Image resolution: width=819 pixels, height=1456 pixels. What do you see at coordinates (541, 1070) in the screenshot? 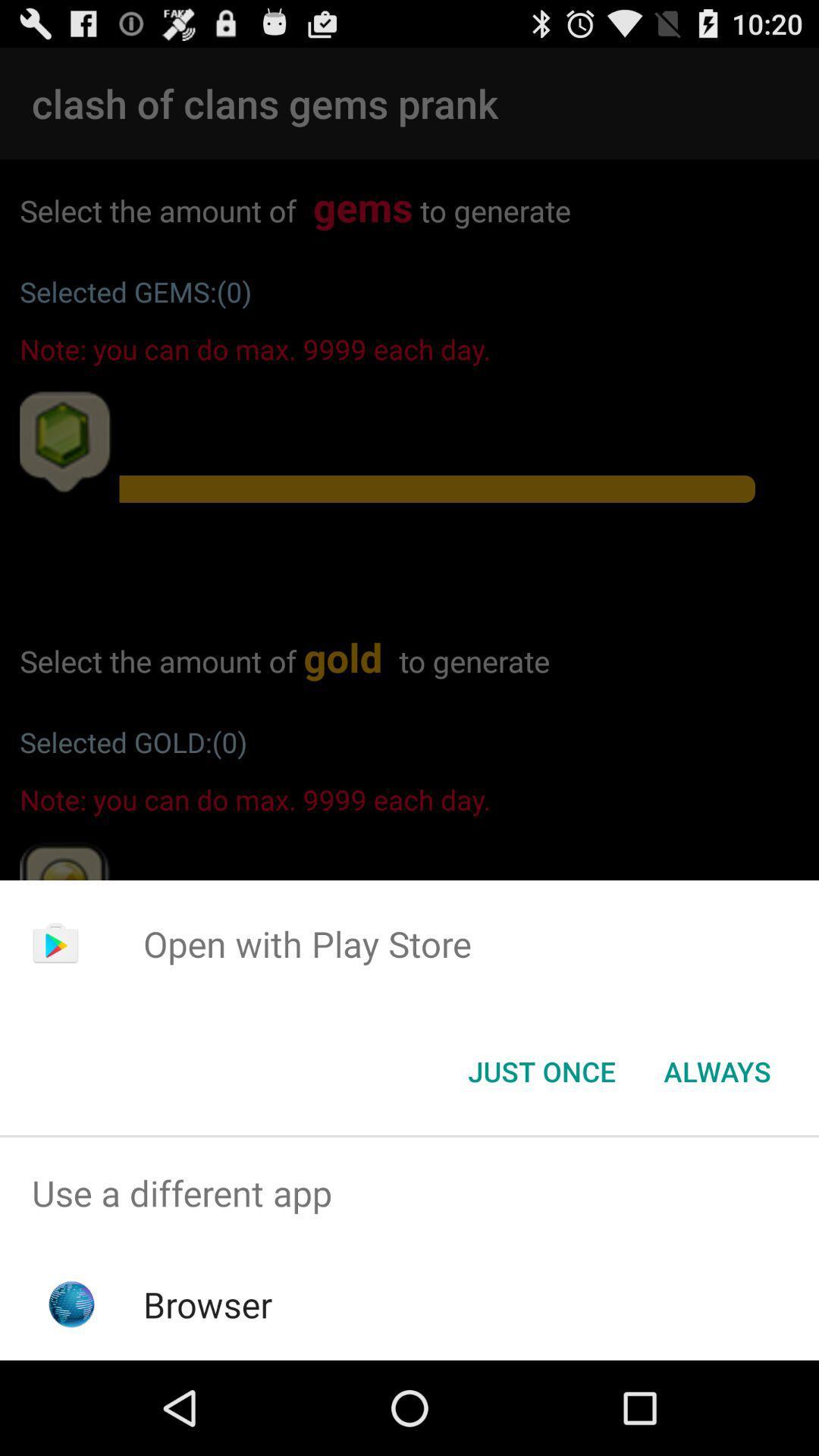
I see `icon next to the always item` at bounding box center [541, 1070].